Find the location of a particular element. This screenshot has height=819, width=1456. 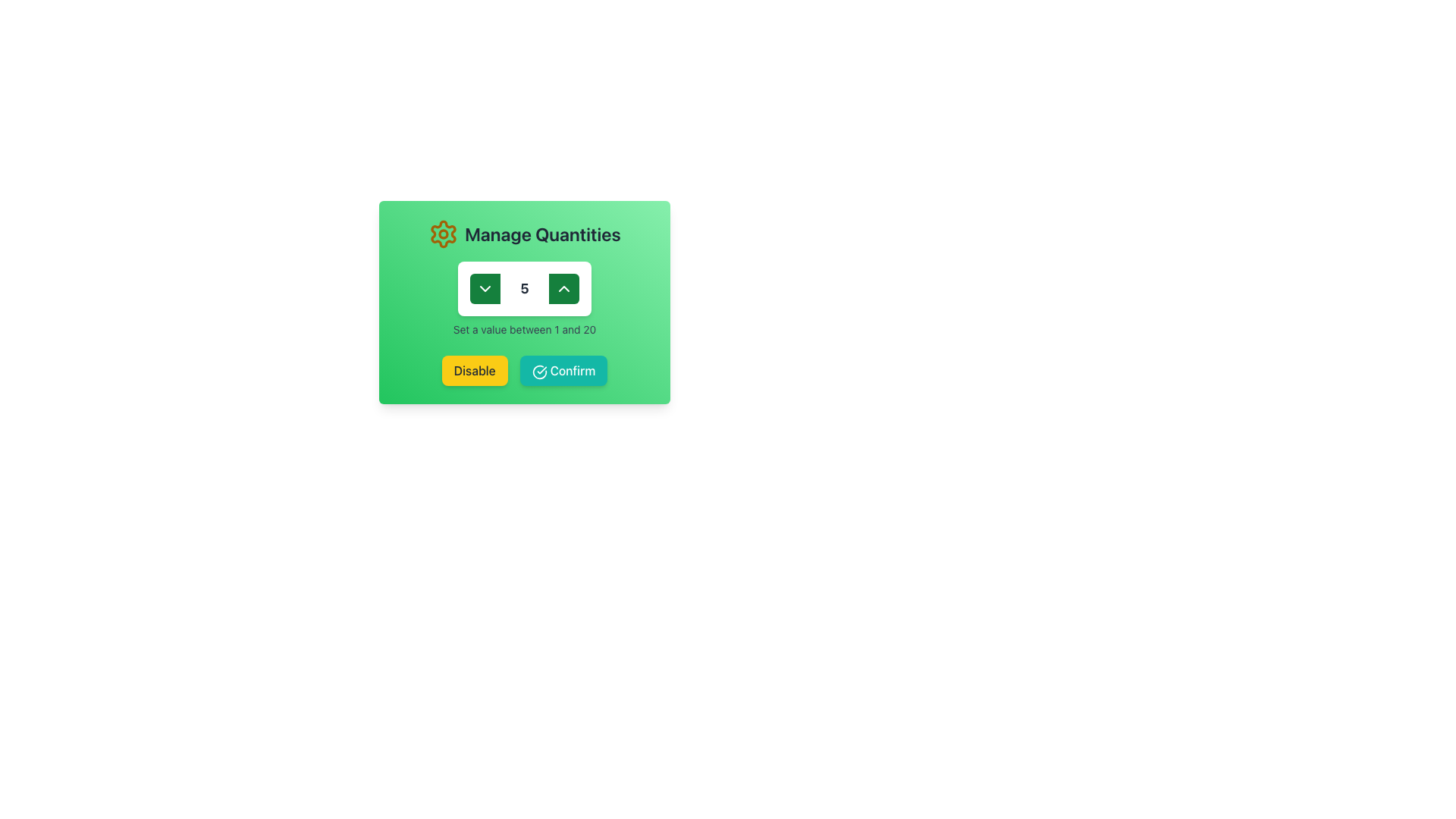

the text label that reads 'Set a value between 1 and 20', which is displayed in gray below the input field and button group in the card-like interface is located at coordinates (524, 329).